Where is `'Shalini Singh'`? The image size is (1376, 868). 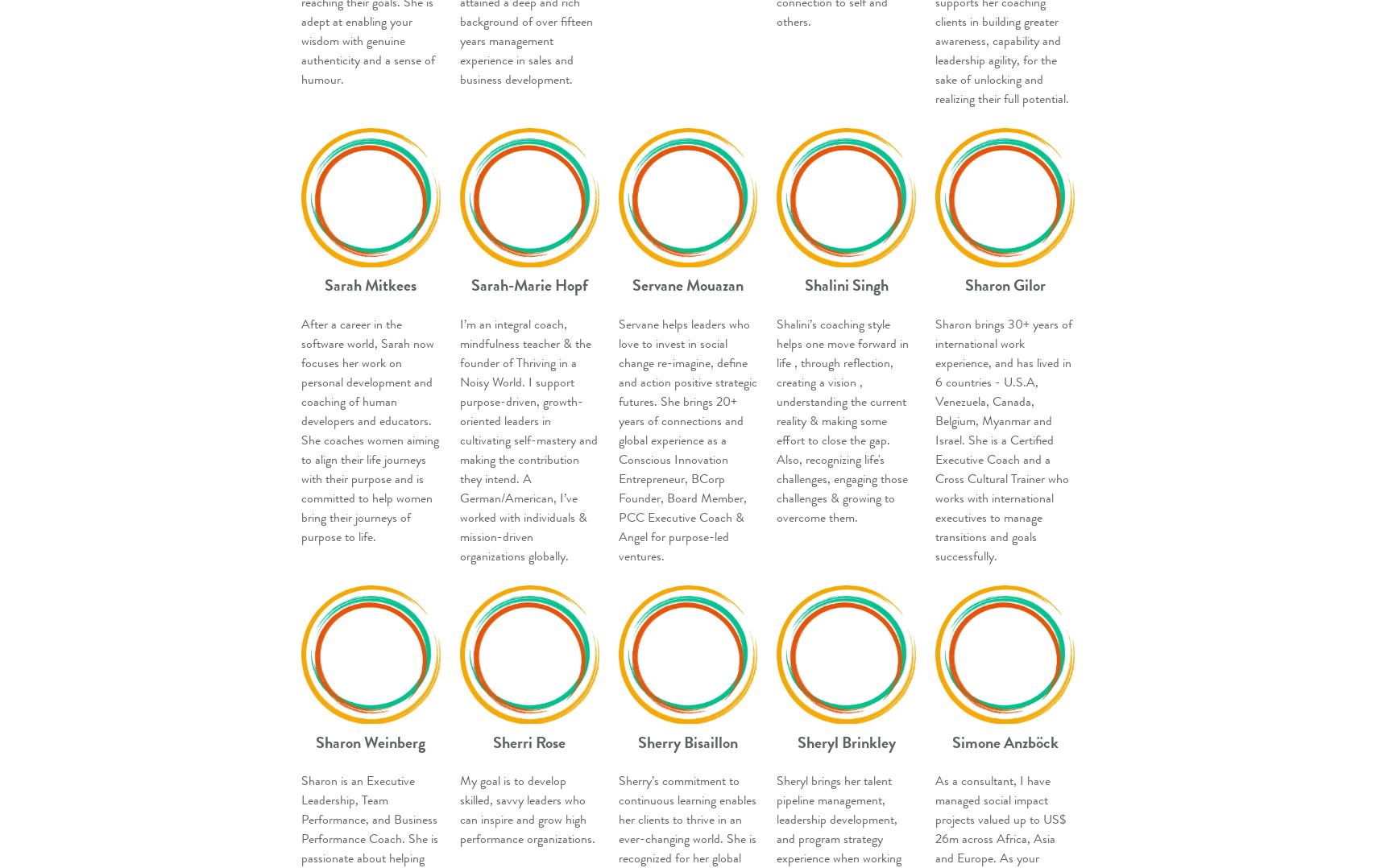
'Shalini Singh' is located at coordinates (846, 285).